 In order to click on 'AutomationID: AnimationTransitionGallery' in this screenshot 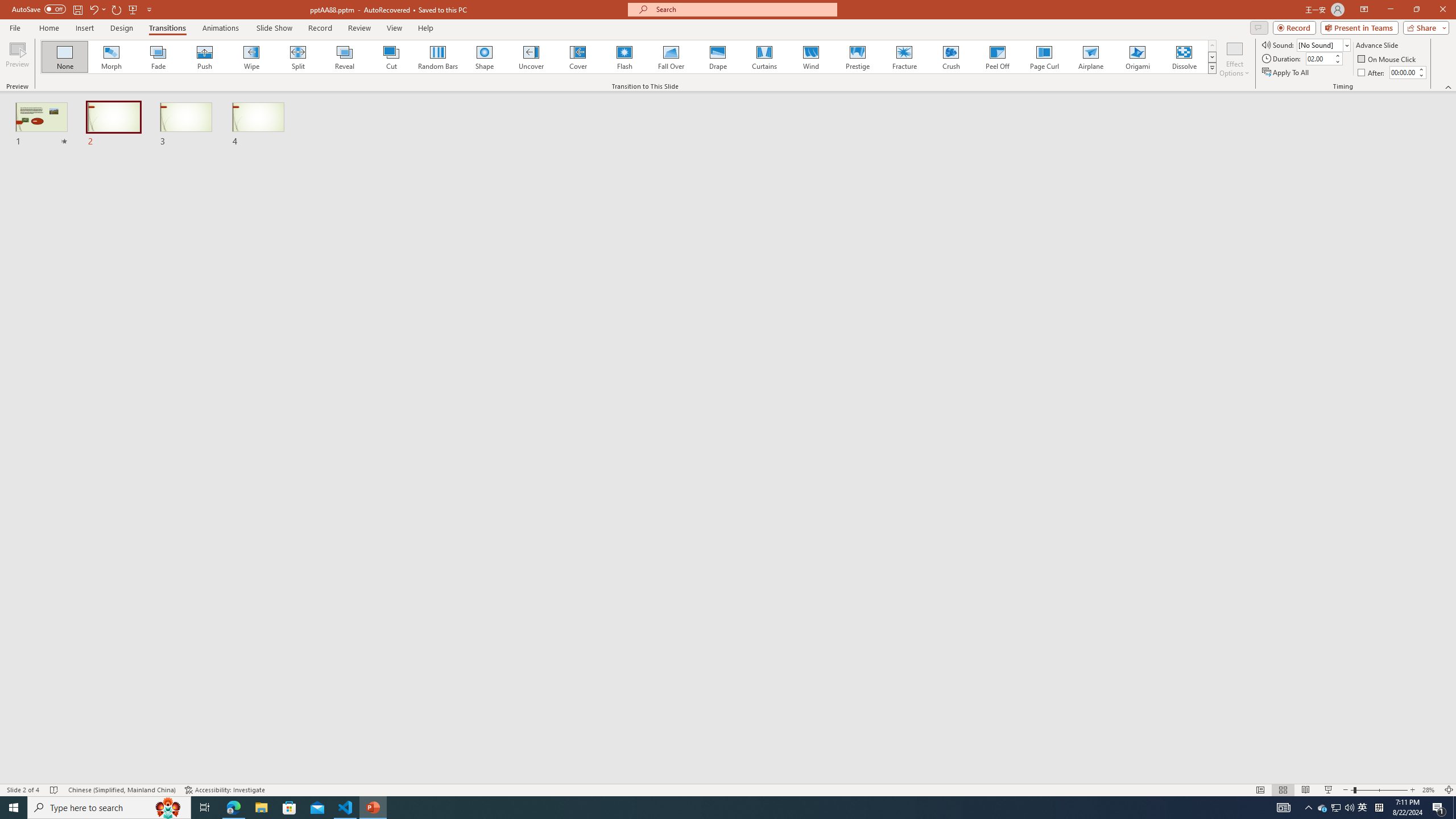, I will do `click(628, 56)`.